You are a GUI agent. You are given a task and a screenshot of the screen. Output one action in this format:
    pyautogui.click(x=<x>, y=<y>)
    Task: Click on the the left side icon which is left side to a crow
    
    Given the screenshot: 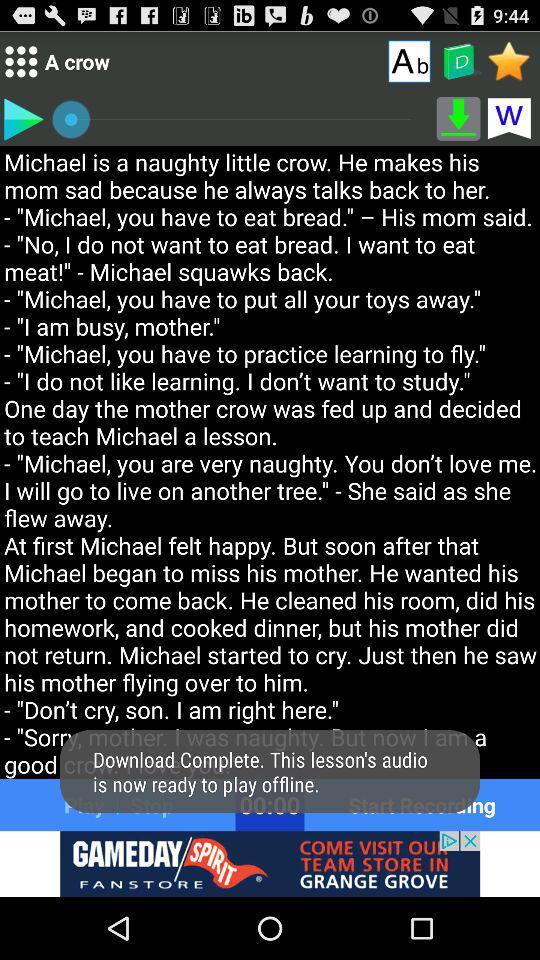 What is the action you would take?
    pyautogui.click(x=20, y=61)
    